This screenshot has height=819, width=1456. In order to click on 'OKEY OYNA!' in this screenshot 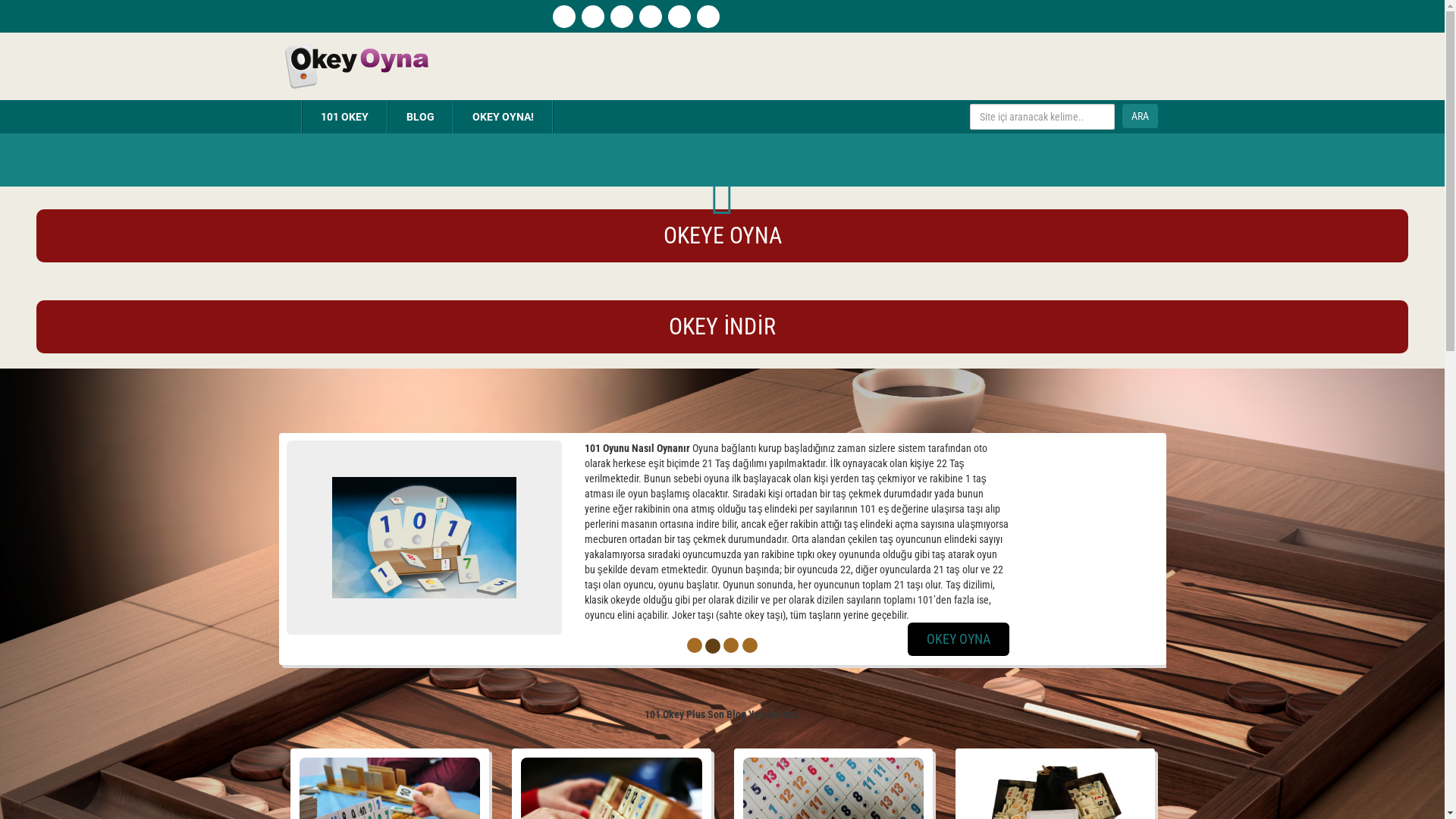, I will do `click(502, 116)`.